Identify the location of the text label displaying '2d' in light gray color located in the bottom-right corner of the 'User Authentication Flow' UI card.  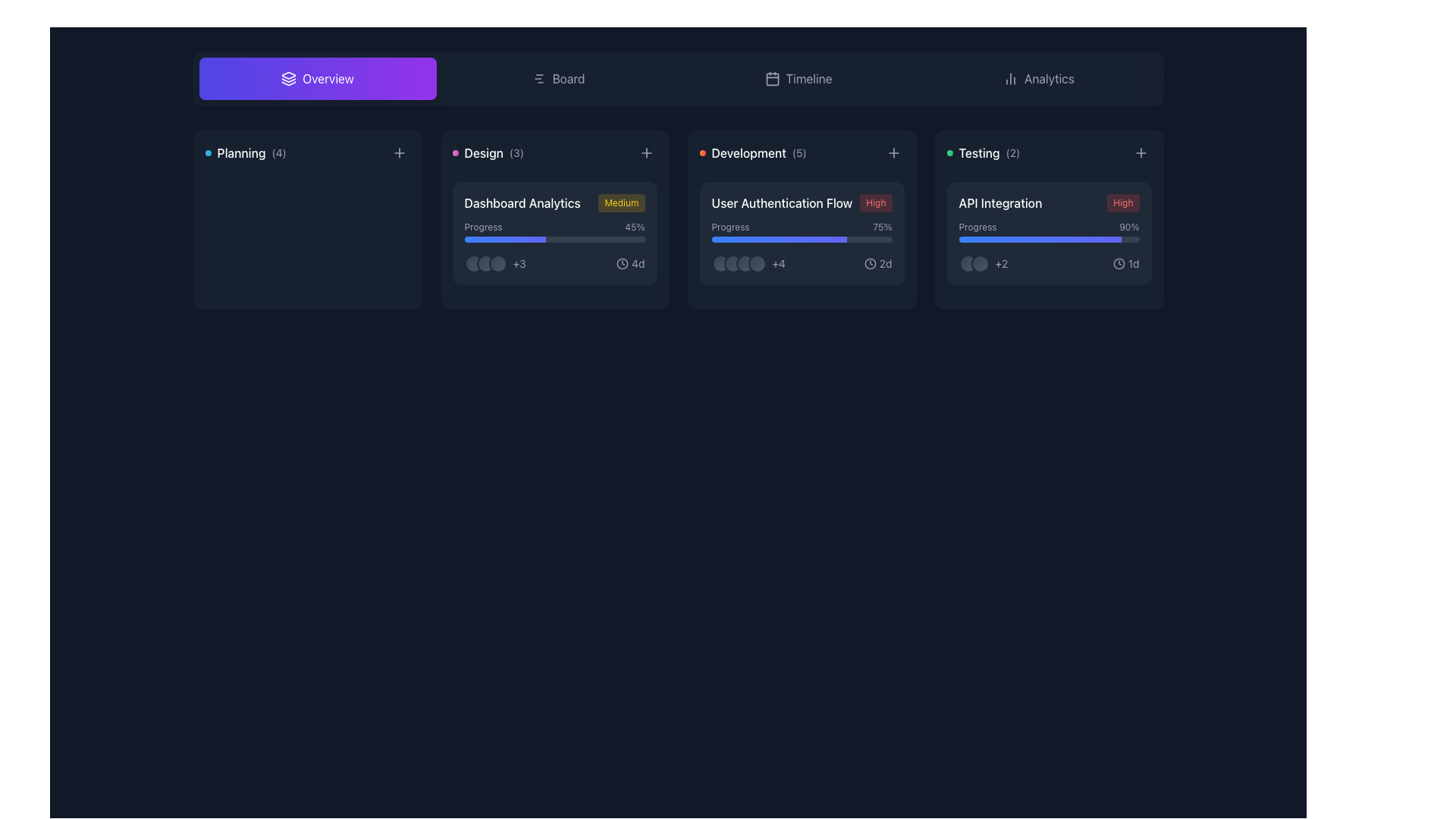
(886, 262).